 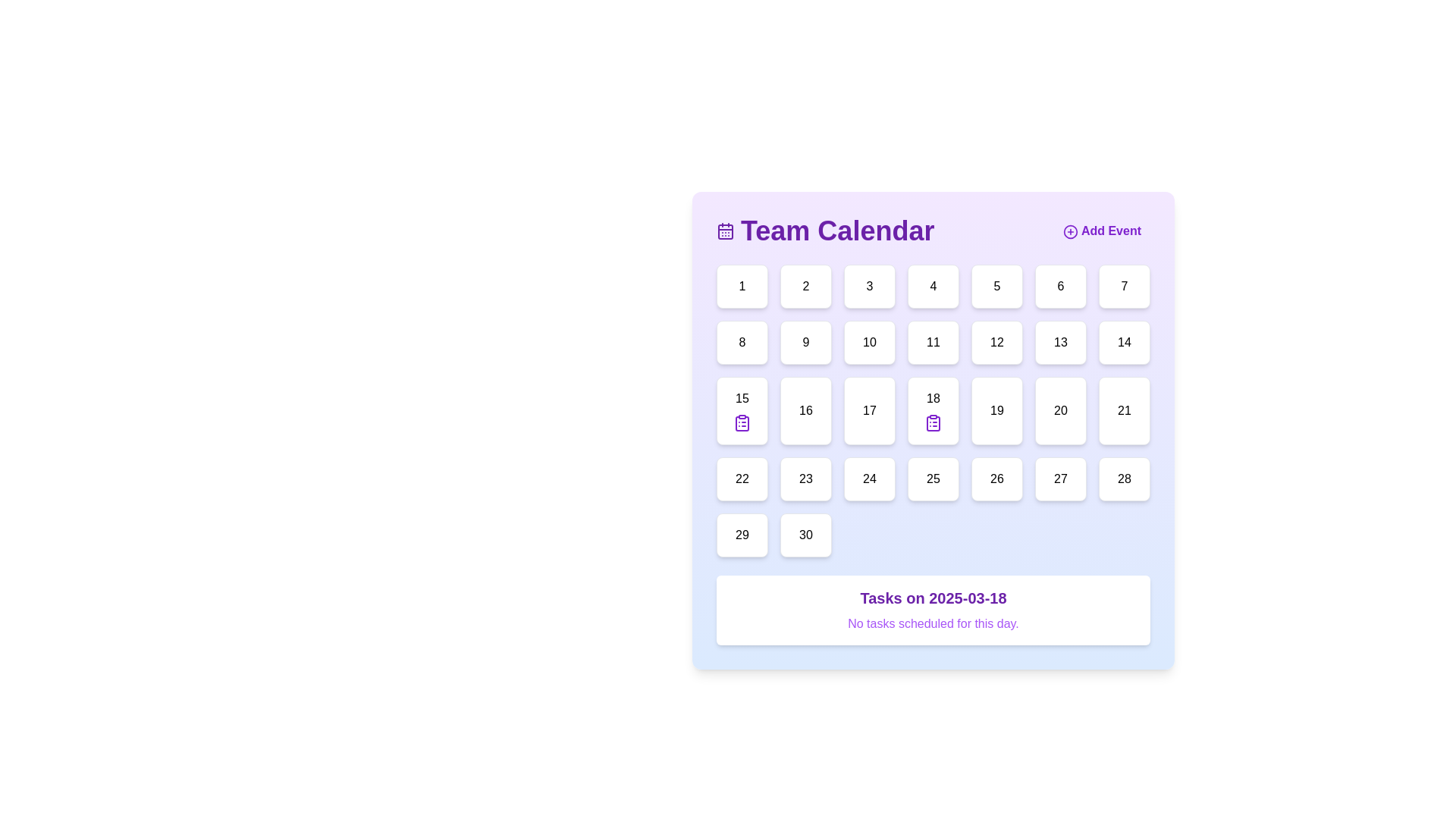 I want to click on the button representing a selectable date, so click(x=870, y=287).